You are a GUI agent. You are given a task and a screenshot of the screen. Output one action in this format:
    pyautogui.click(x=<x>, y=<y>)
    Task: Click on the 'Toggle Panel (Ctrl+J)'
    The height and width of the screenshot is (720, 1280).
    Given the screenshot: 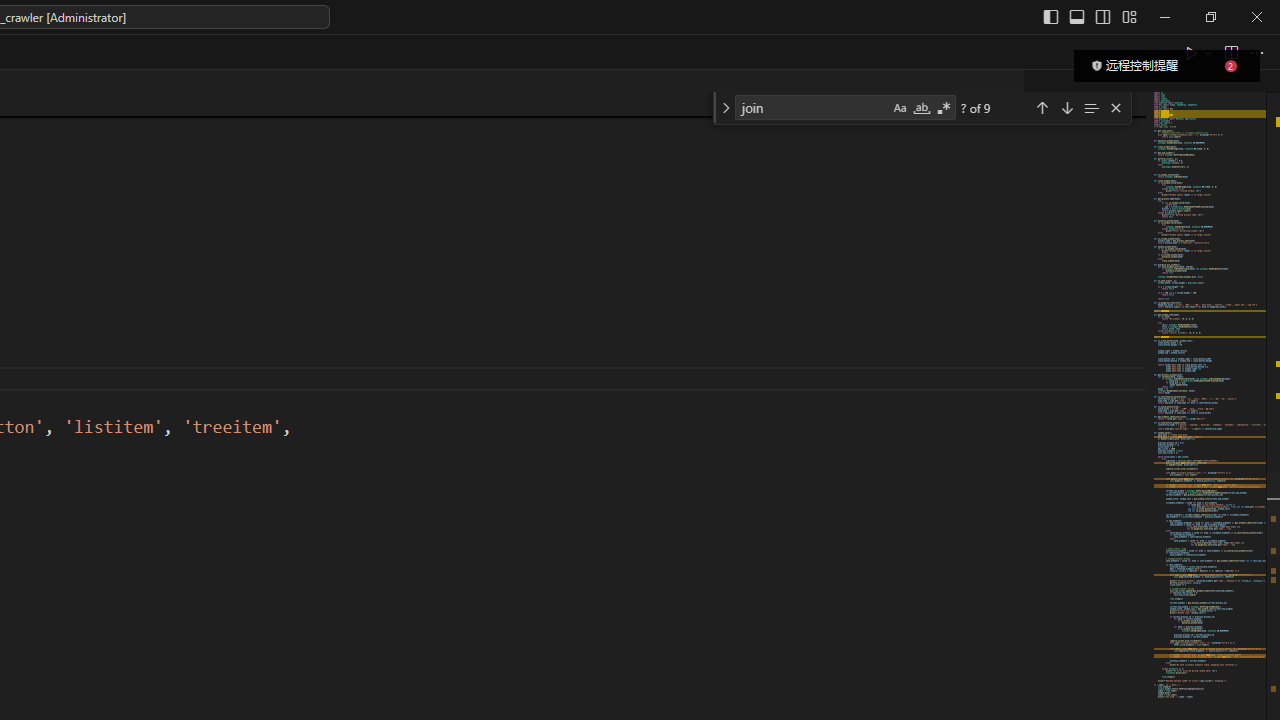 What is the action you would take?
    pyautogui.click(x=1076, y=16)
    